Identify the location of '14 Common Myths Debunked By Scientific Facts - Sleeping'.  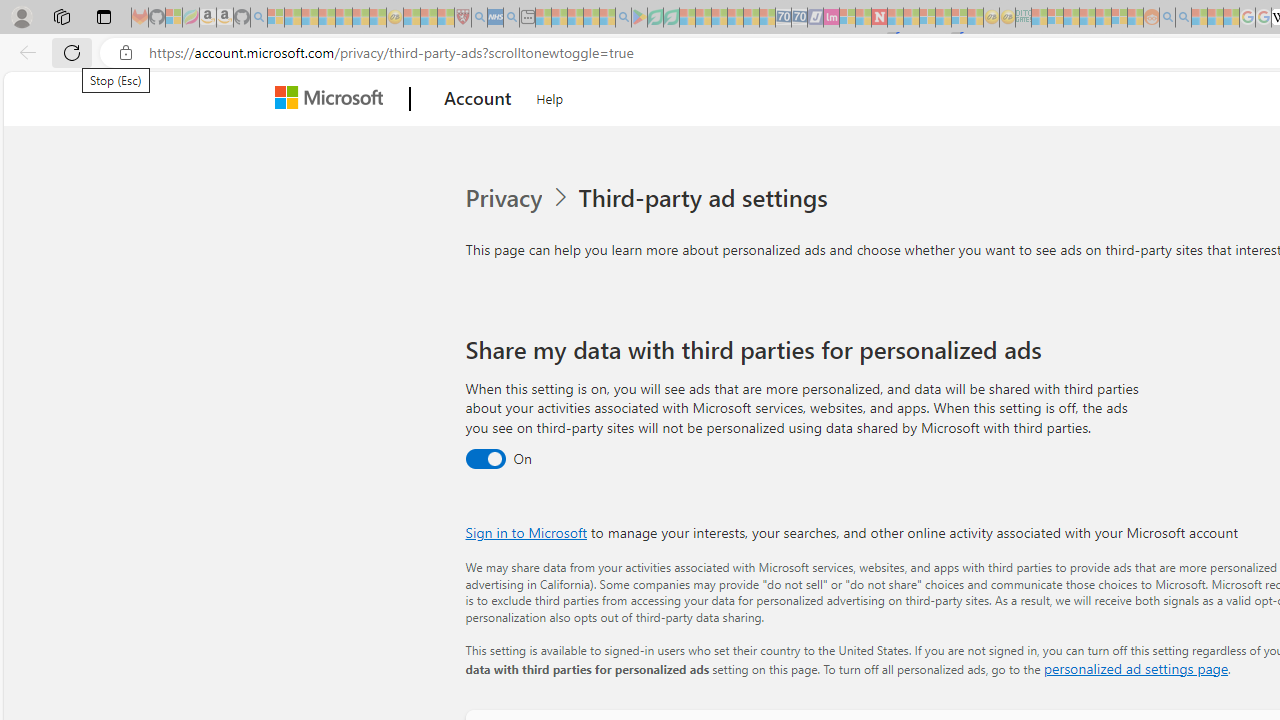
(910, 17).